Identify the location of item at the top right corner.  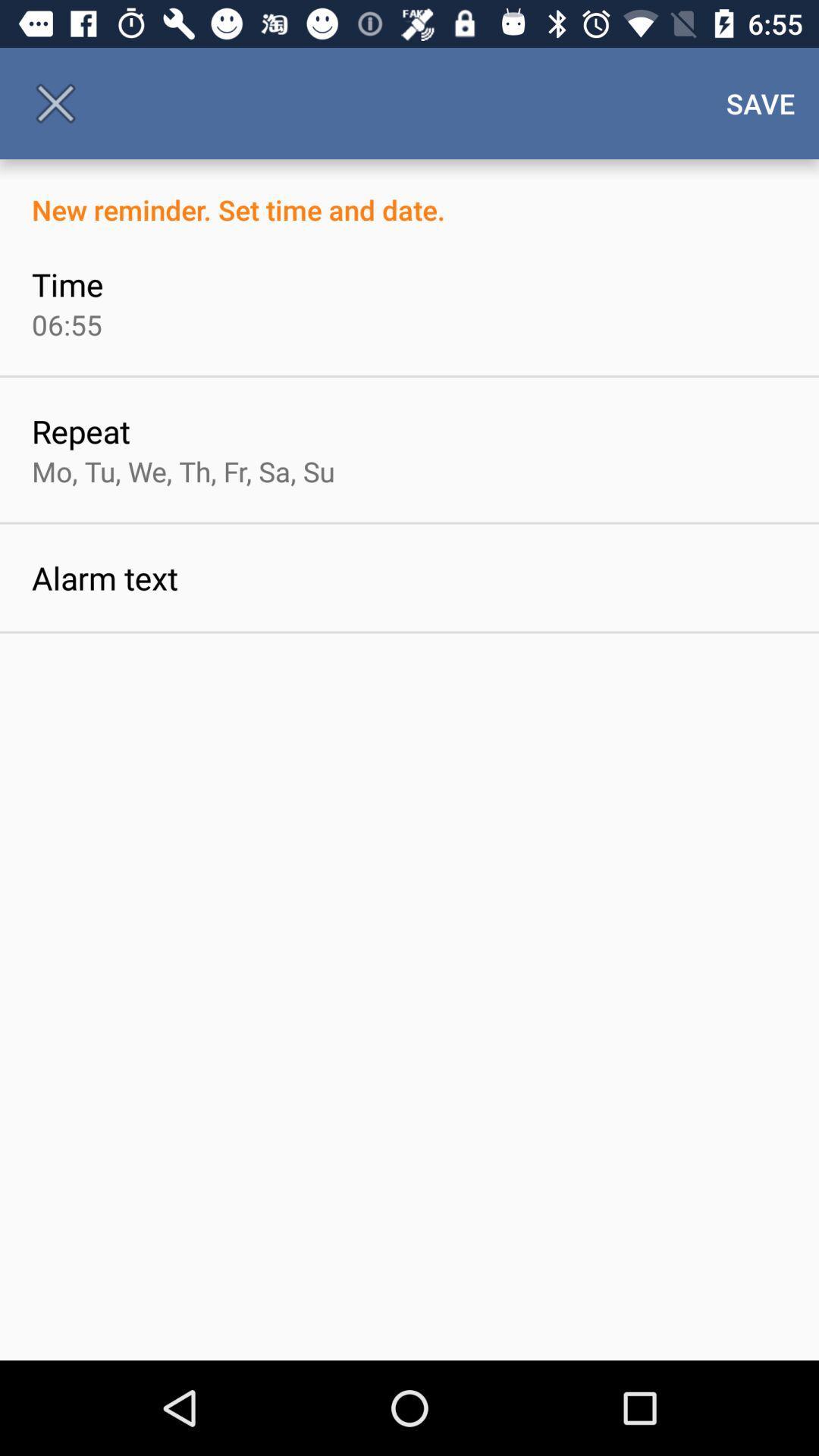
(761, 102).